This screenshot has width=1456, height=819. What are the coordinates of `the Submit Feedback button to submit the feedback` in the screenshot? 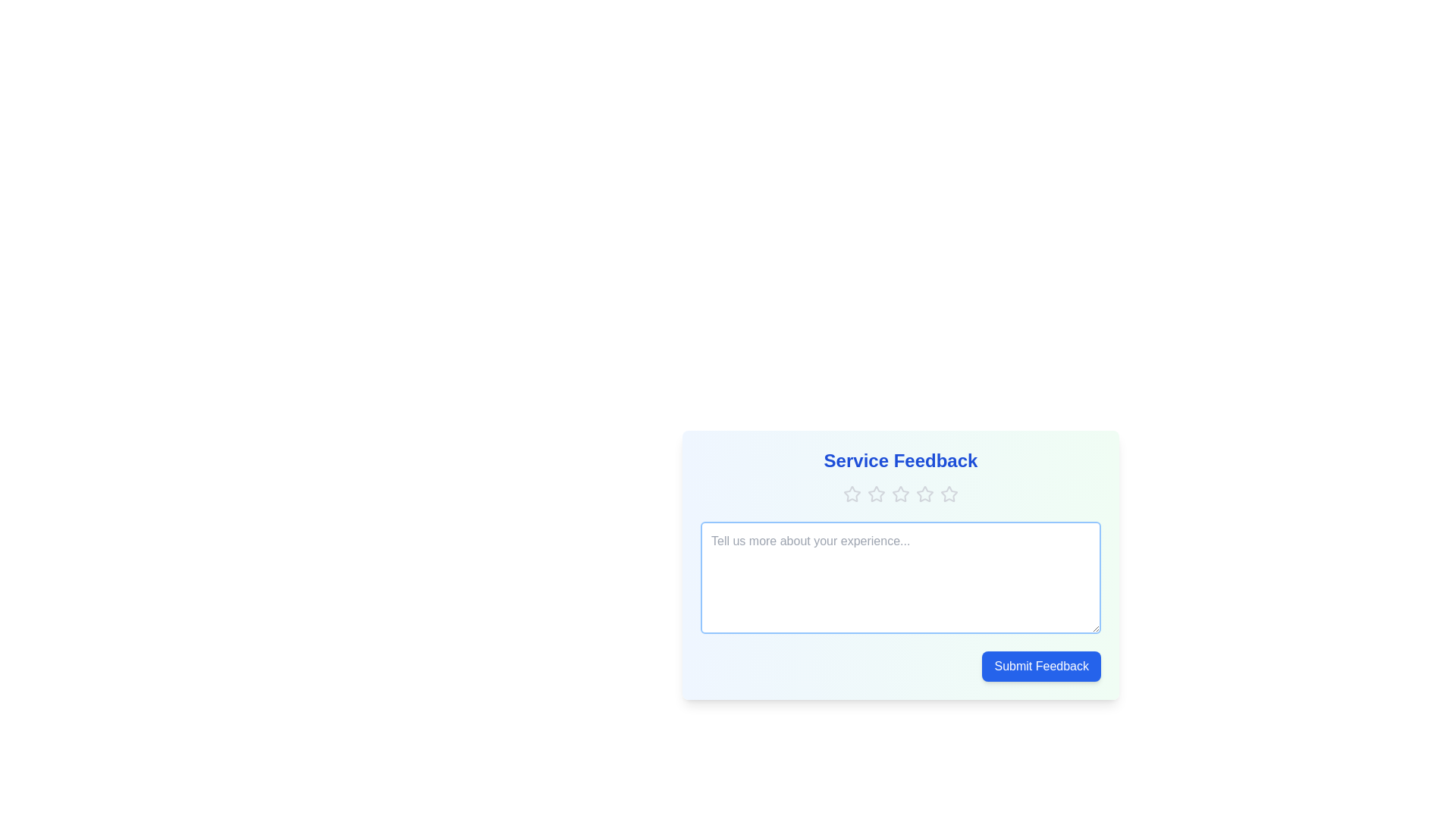 It's located at (1040, 666).